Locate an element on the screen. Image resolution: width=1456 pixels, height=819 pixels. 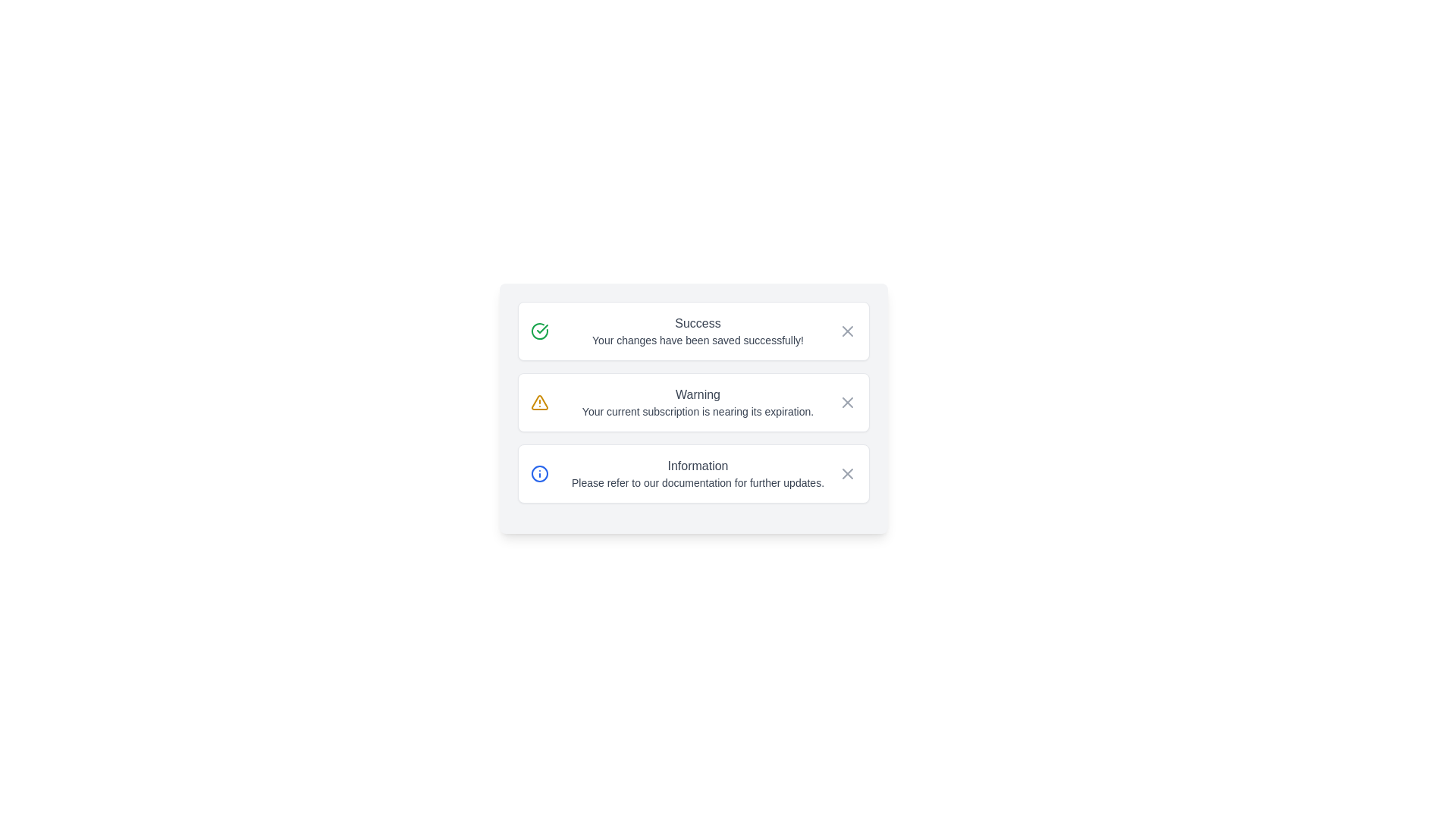
the main title text label of the 'Warning' message is located at coordinates (697, 394).